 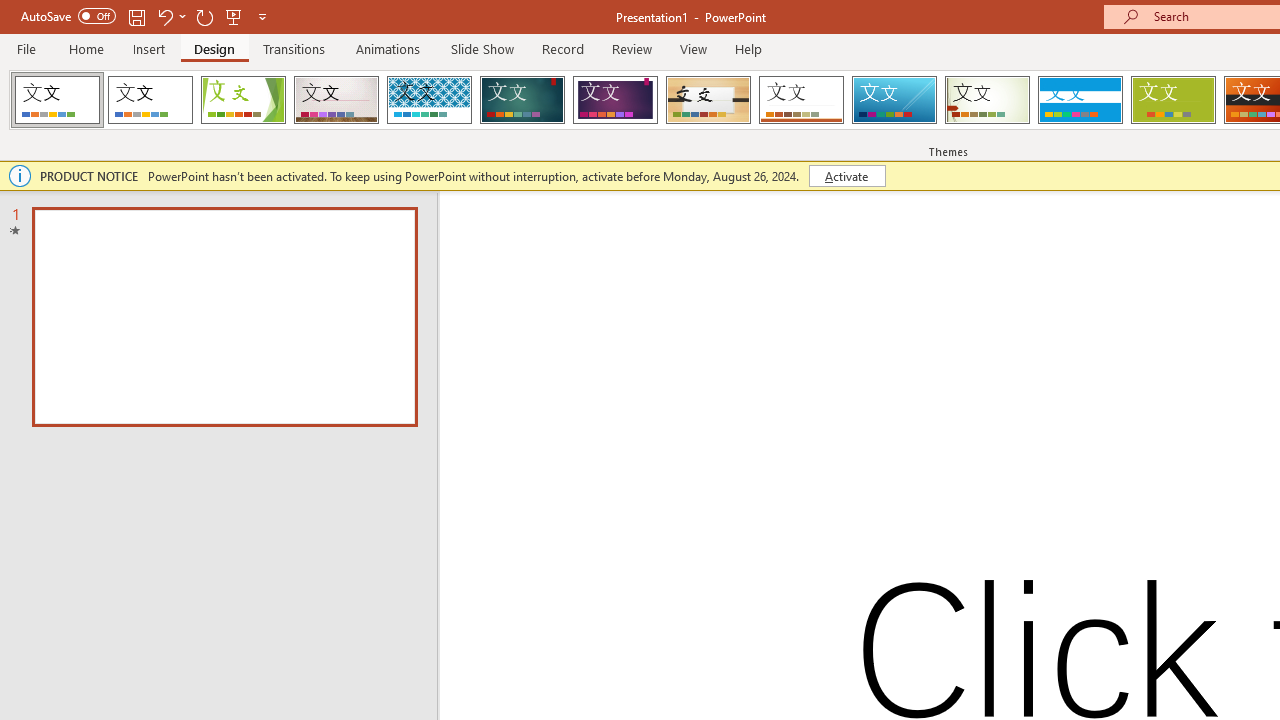 What do you see at coordinates (708, 100) in the screenshot?
I see `'Organic'` at bounding box center [708, 100].